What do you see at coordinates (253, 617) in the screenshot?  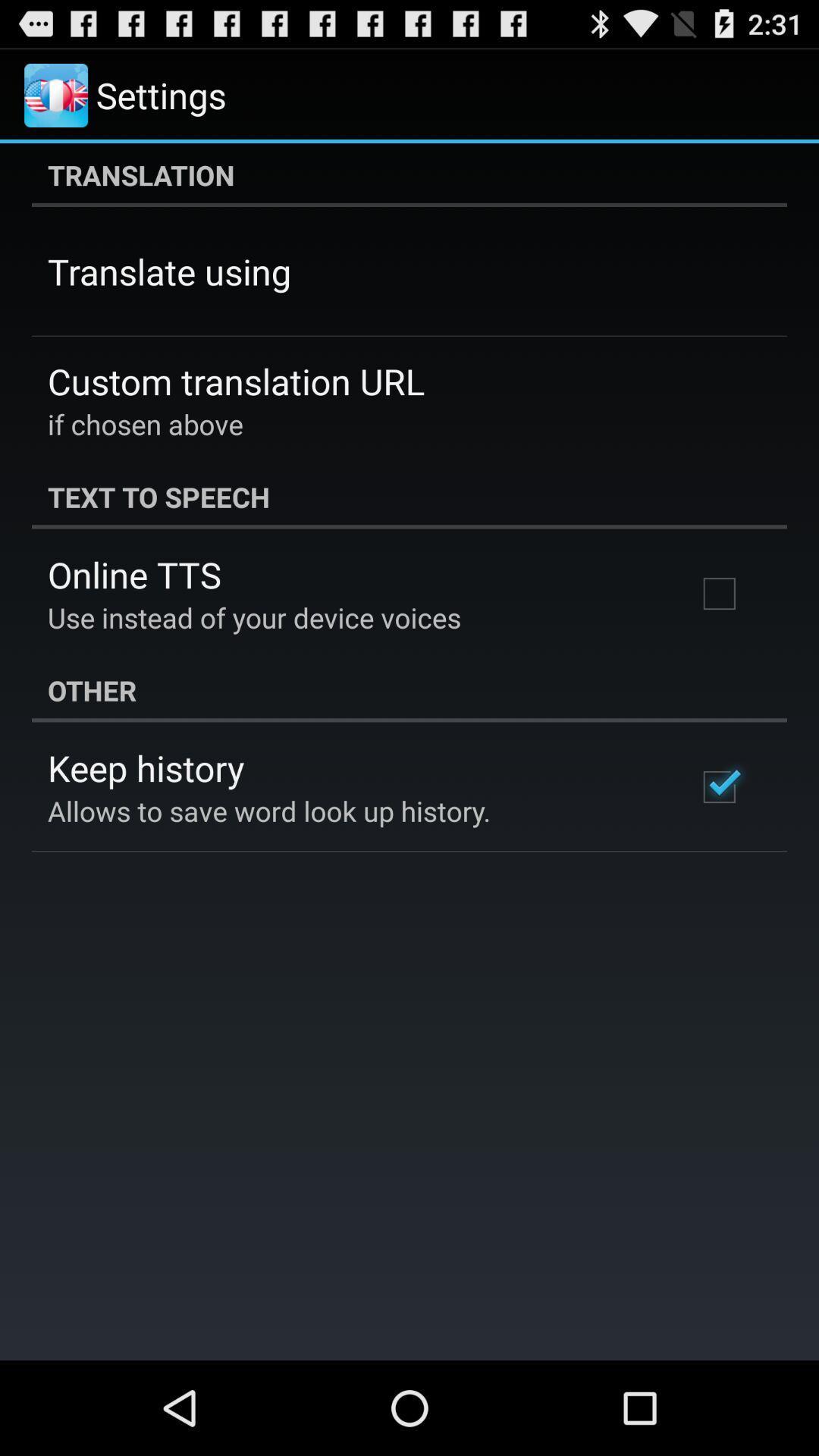 I see `use instead of icon` at bounding box center [253, 617].